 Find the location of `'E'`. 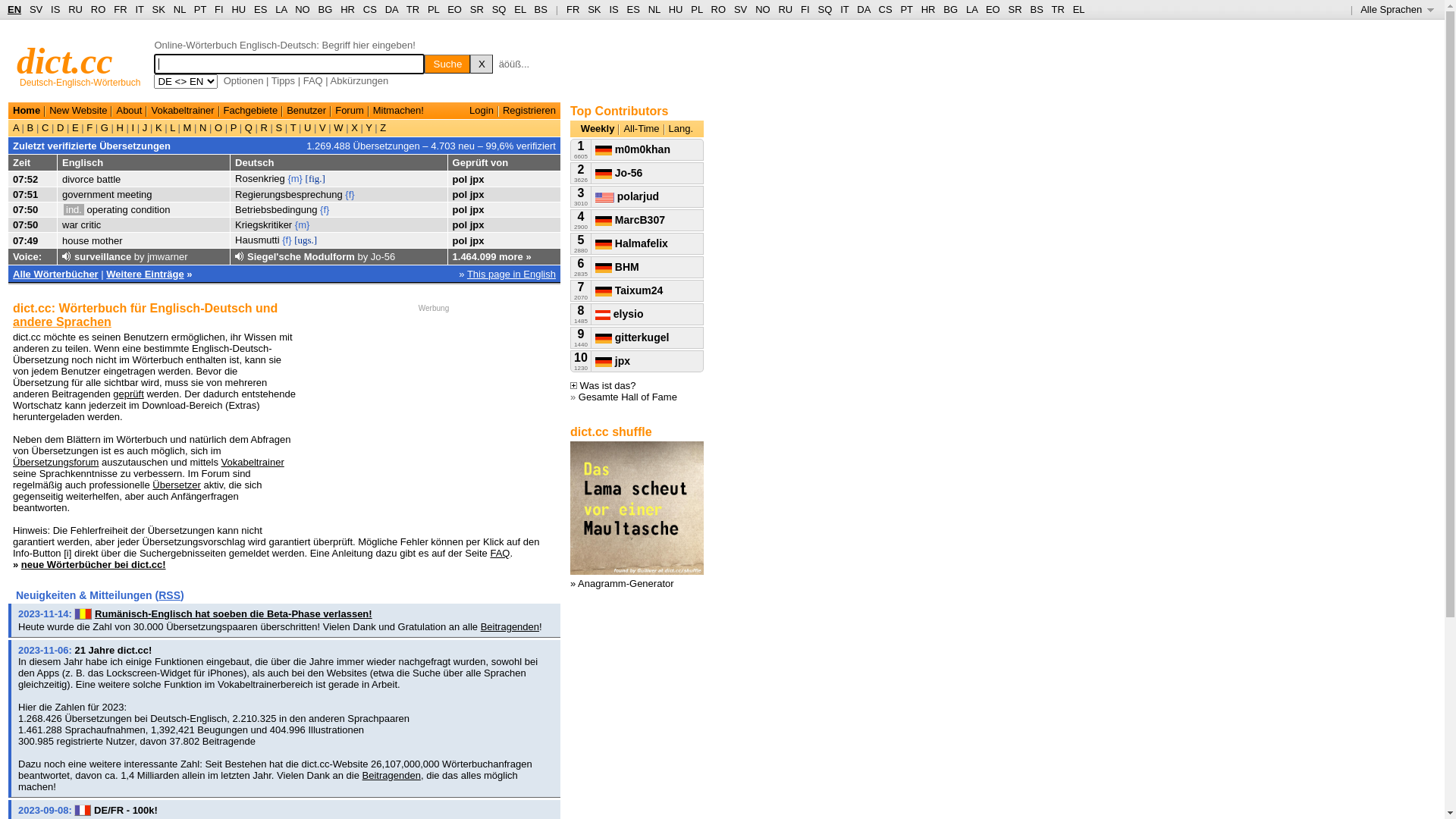

'E' is located at coordinates (74, 127).